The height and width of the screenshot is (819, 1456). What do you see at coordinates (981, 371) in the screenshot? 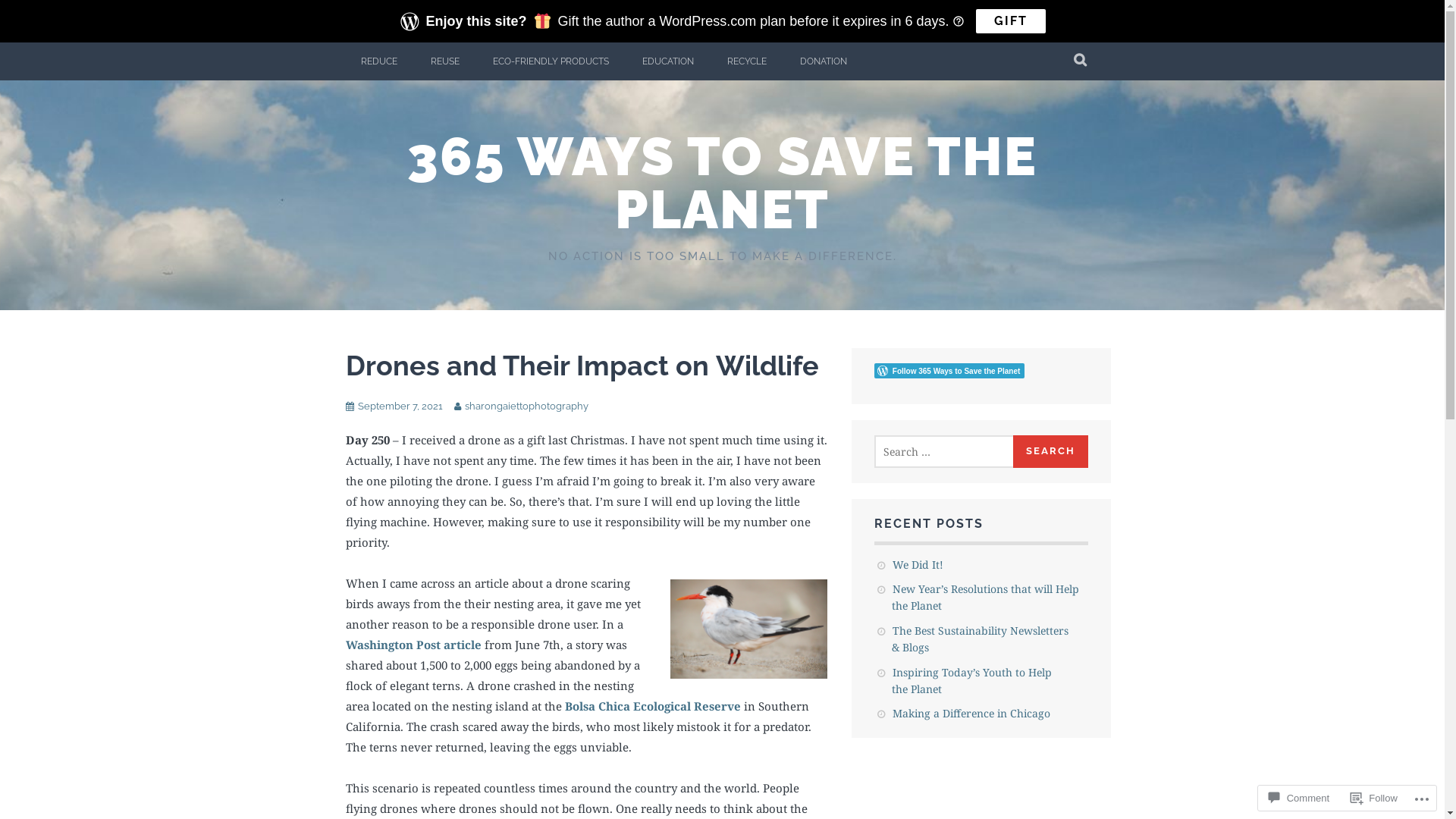
I see `'Follow Button'` at bounding box center [981, 371].